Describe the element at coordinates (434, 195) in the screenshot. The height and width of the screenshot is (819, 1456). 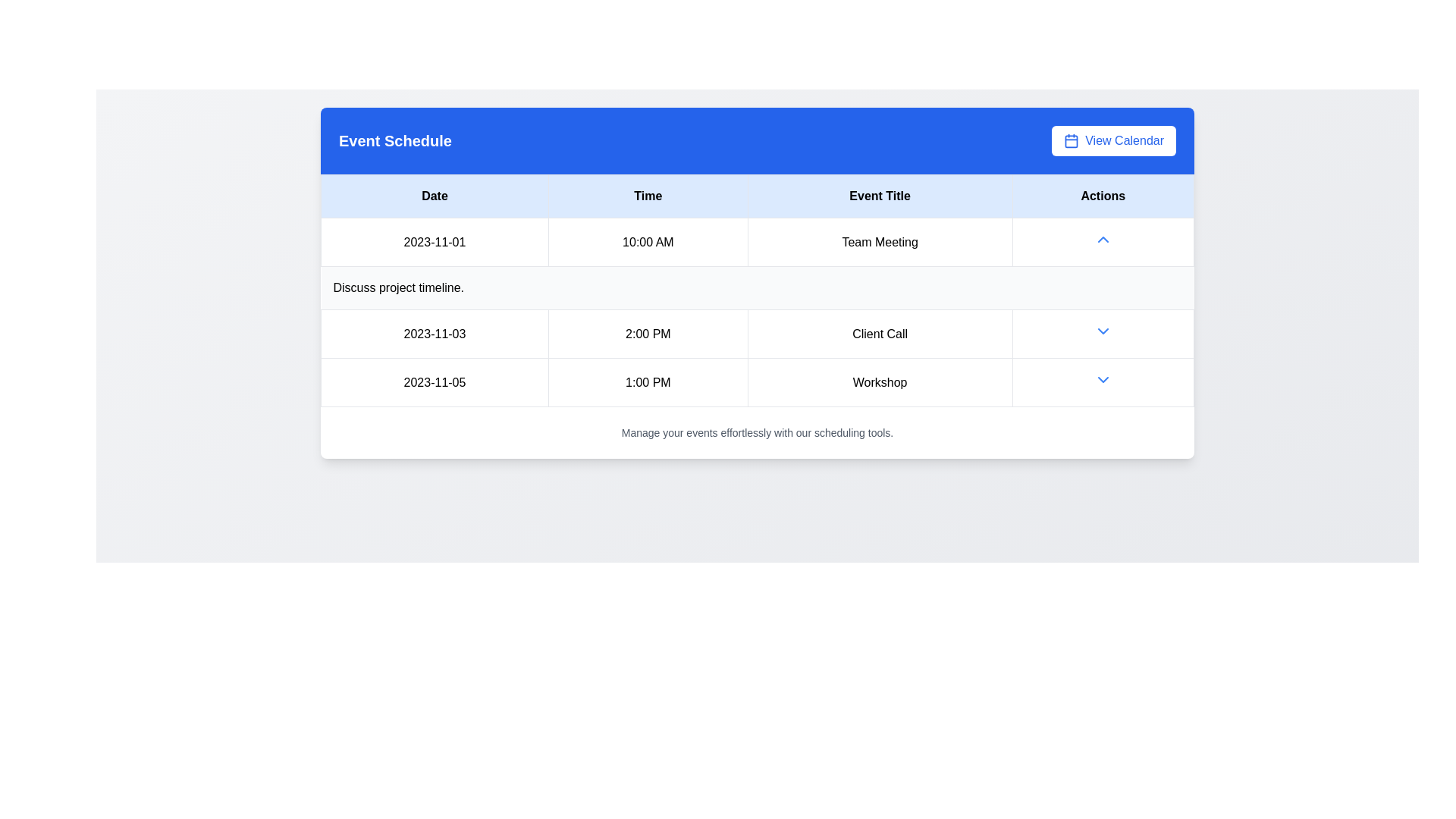
I see `the 'Date' table column header, which is the first column header in the four-column table layout, positioned to the left of the 'Time' header` at that location.